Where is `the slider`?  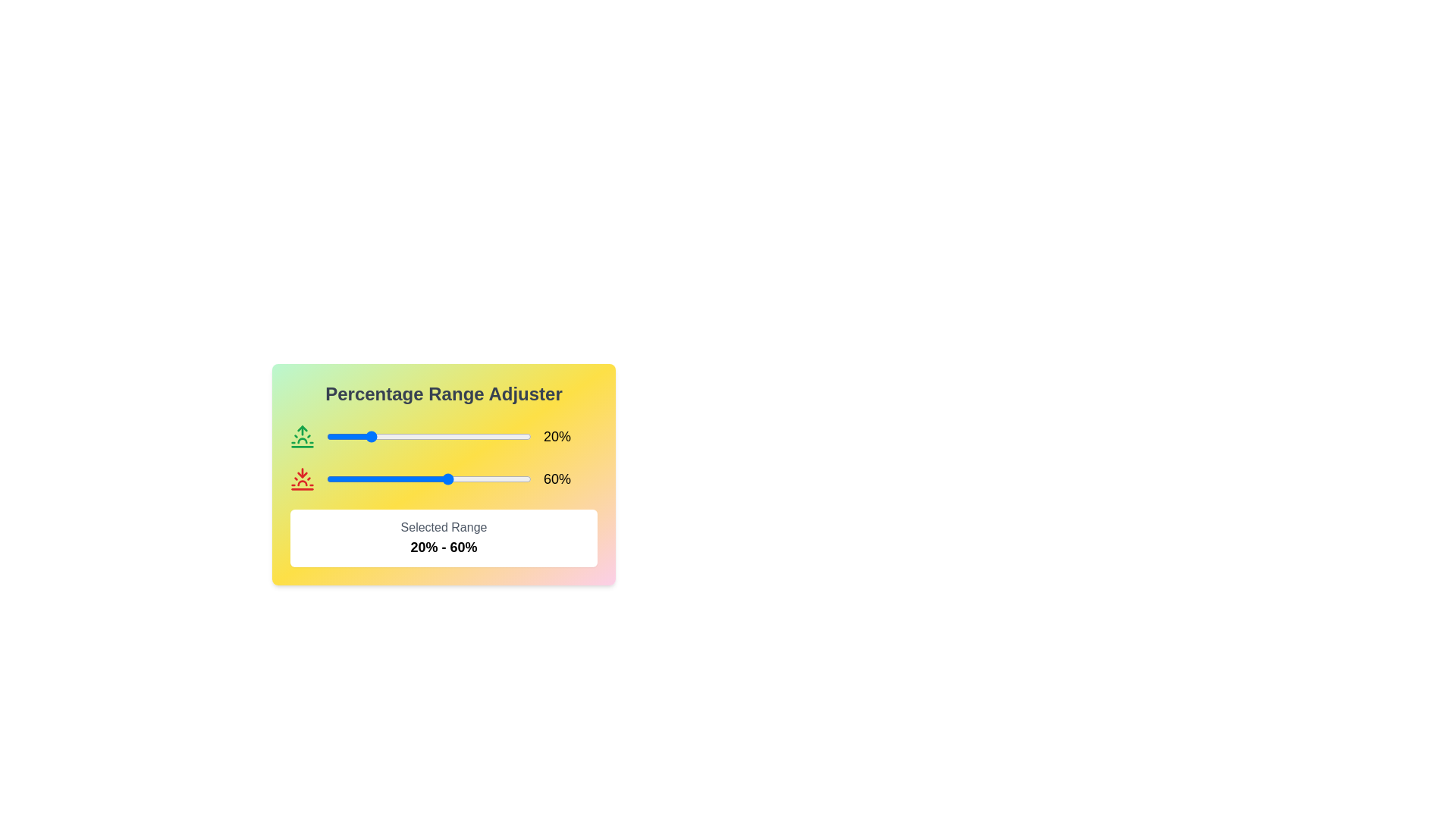 the slider is located at coordinates (404, 436).